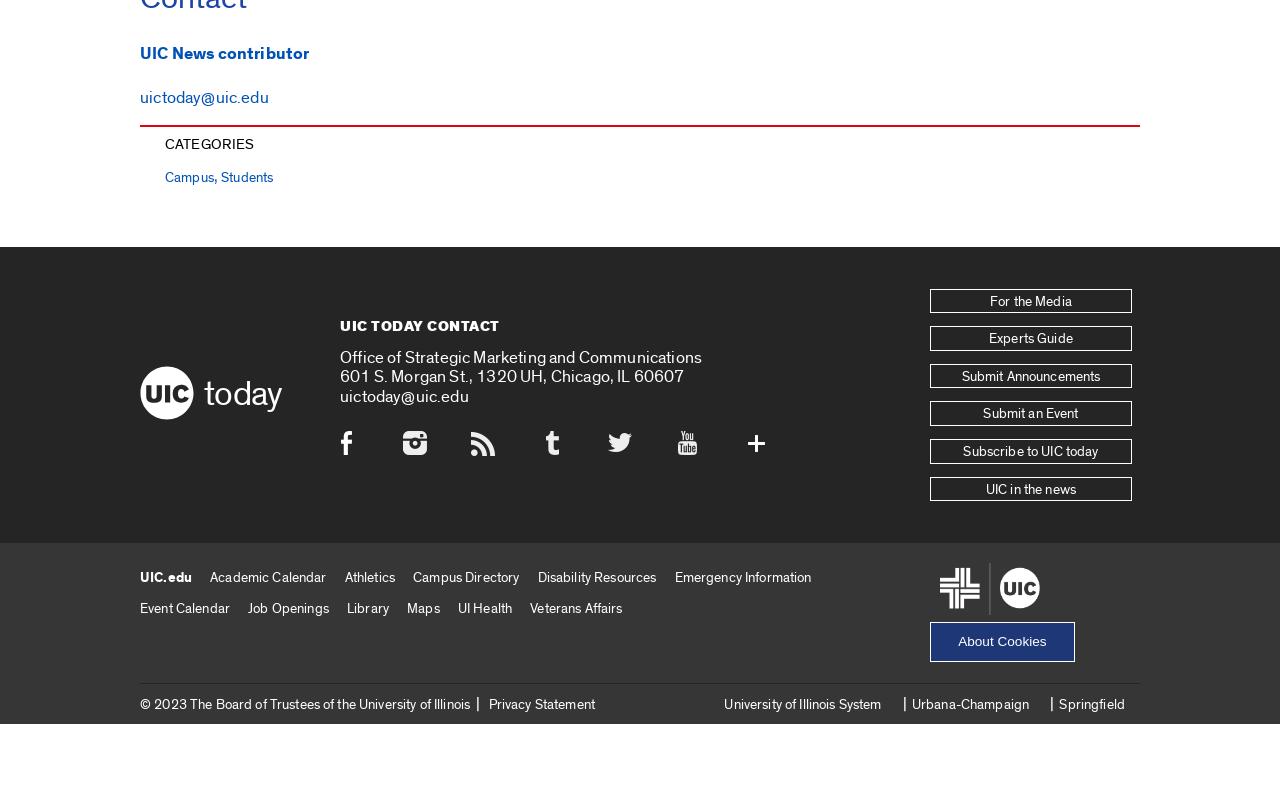 The width and height of the screenshot is (1280, 787). What do you see at coordinates (139, 576) in the screenshot?
I see `'UIC.edu'` at bounding box center [139, 576].